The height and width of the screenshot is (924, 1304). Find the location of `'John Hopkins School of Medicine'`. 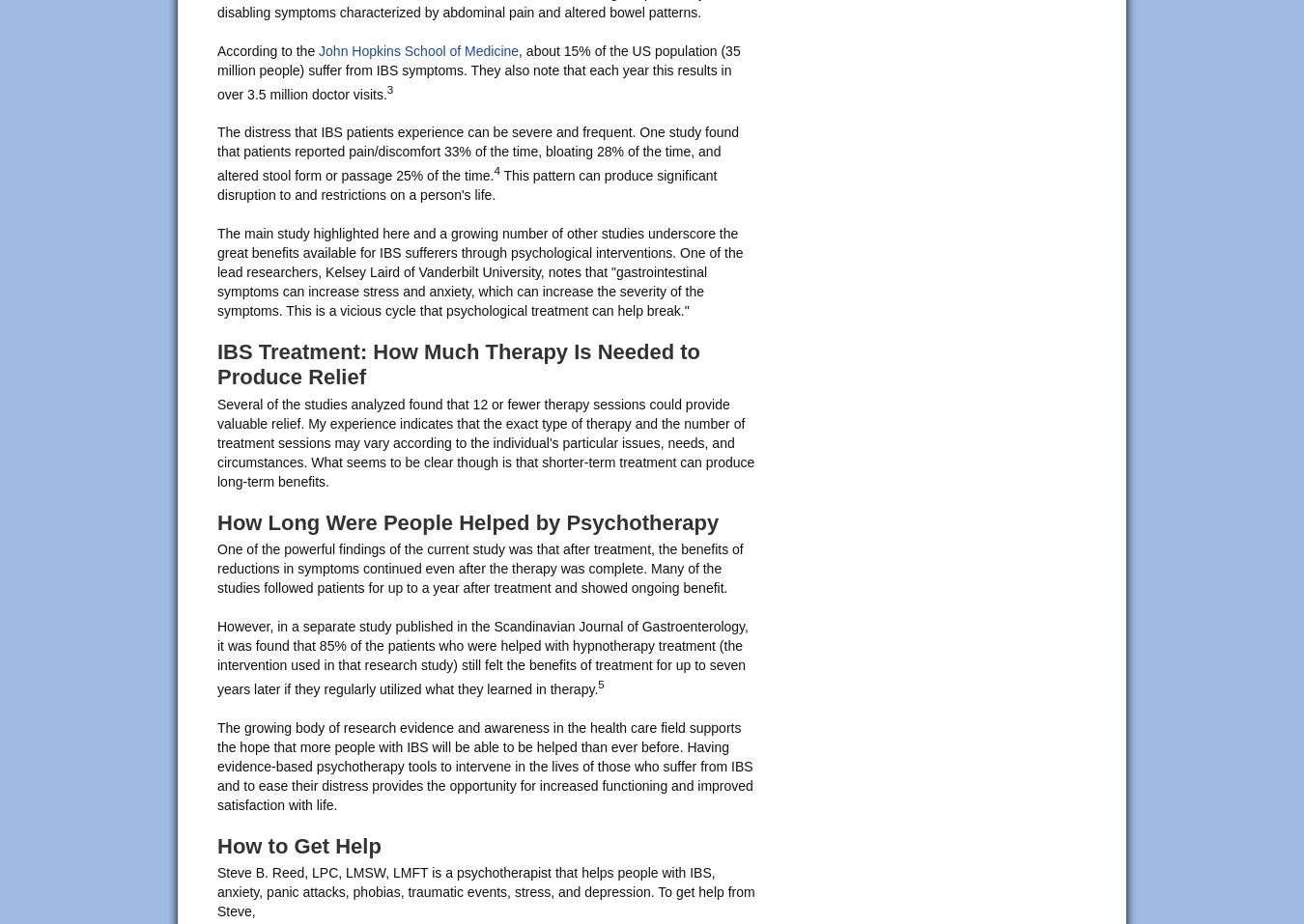

'John Hopkins School of Medicine' is located at coordinates (418, 48).